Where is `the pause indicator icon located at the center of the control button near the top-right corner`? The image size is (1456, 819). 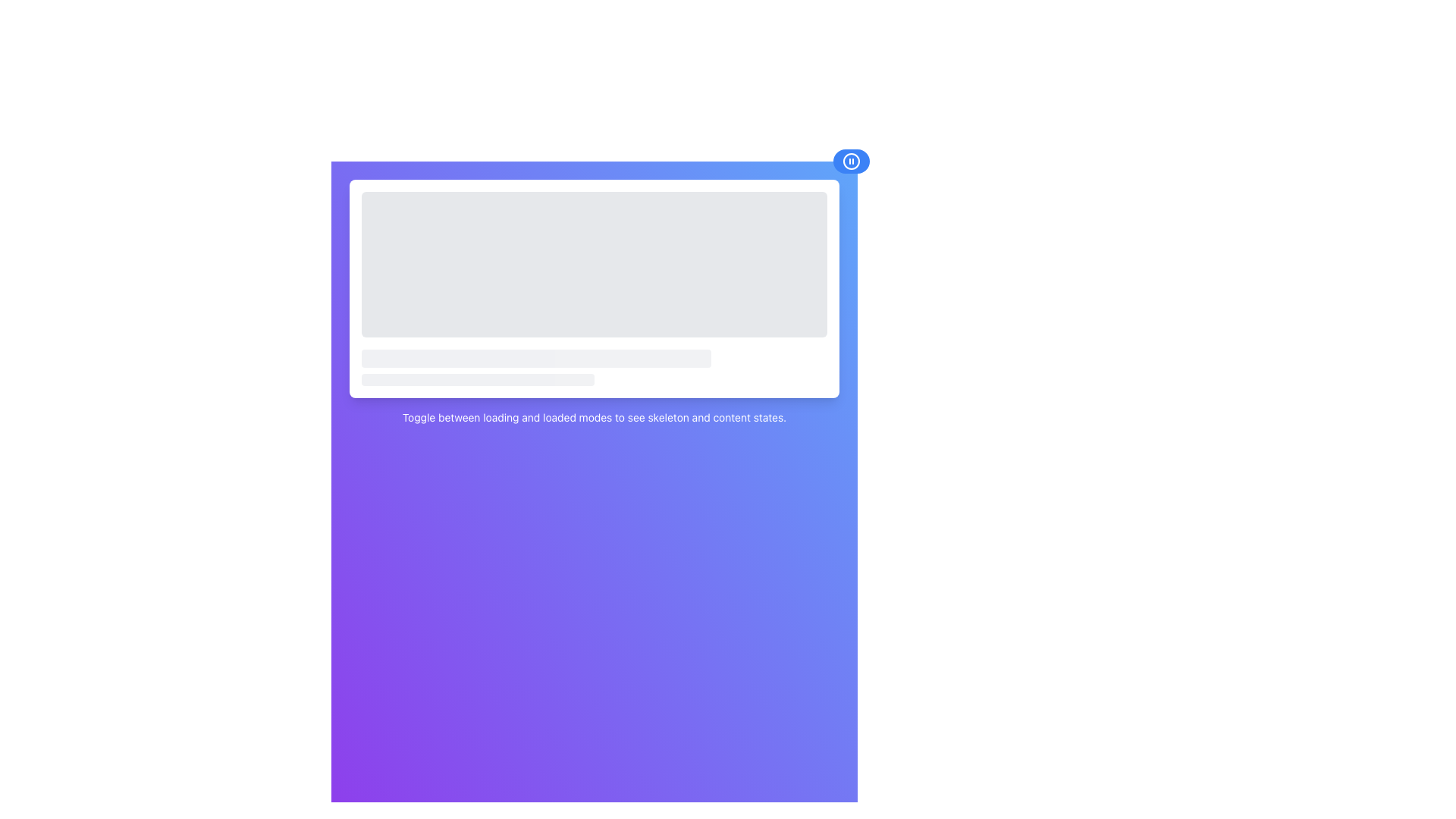
the pause indicator icon located at the center of the control button near the top-right corner is located at coordinates (852, 161).